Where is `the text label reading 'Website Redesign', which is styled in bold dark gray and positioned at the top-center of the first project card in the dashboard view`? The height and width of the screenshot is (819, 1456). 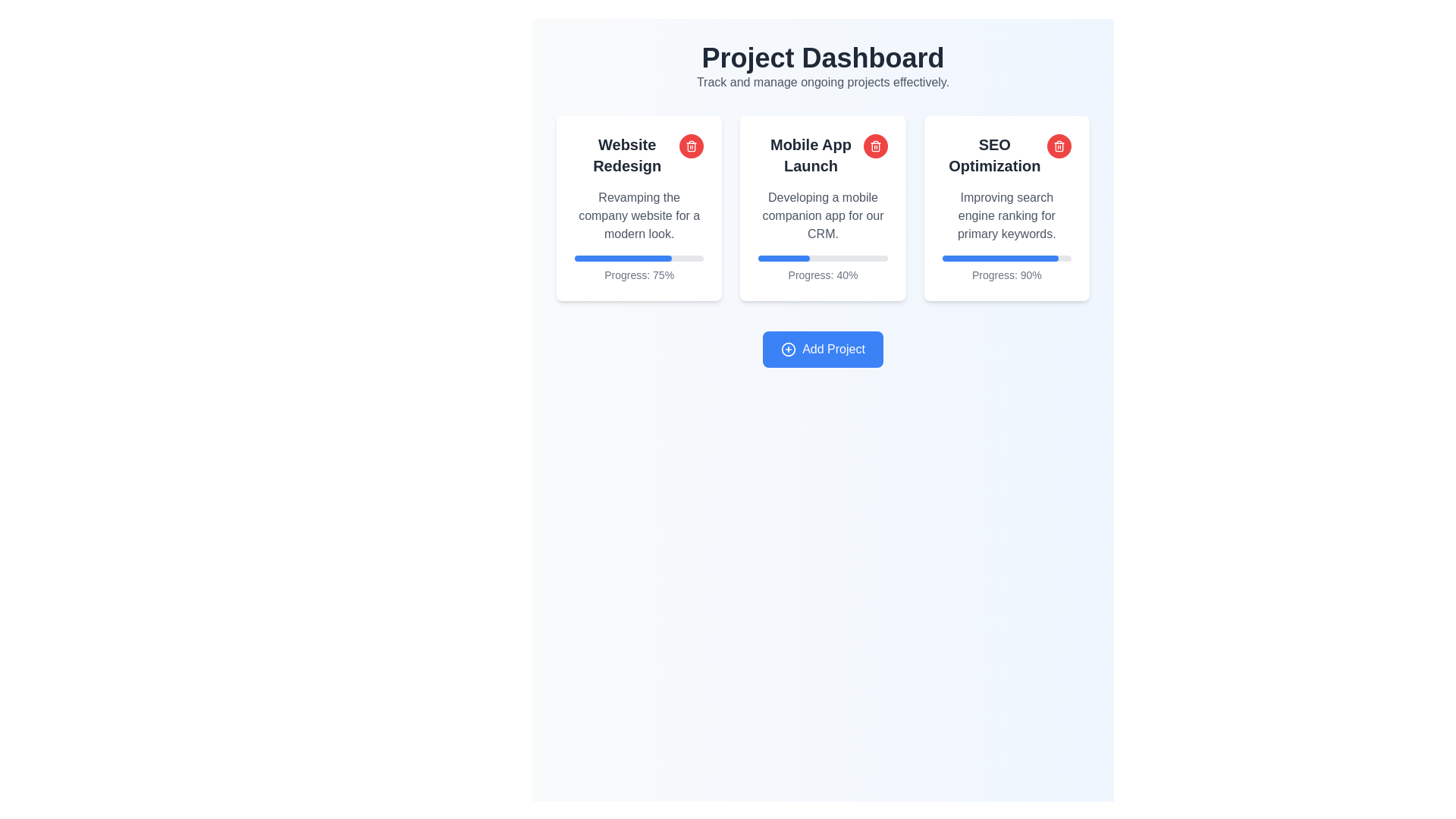
the text label reading 'Website Redesign', which is styled in bold dark gray and positioned at the top-center of the first project card in the dashboard view is located at coordinates (627, 155).